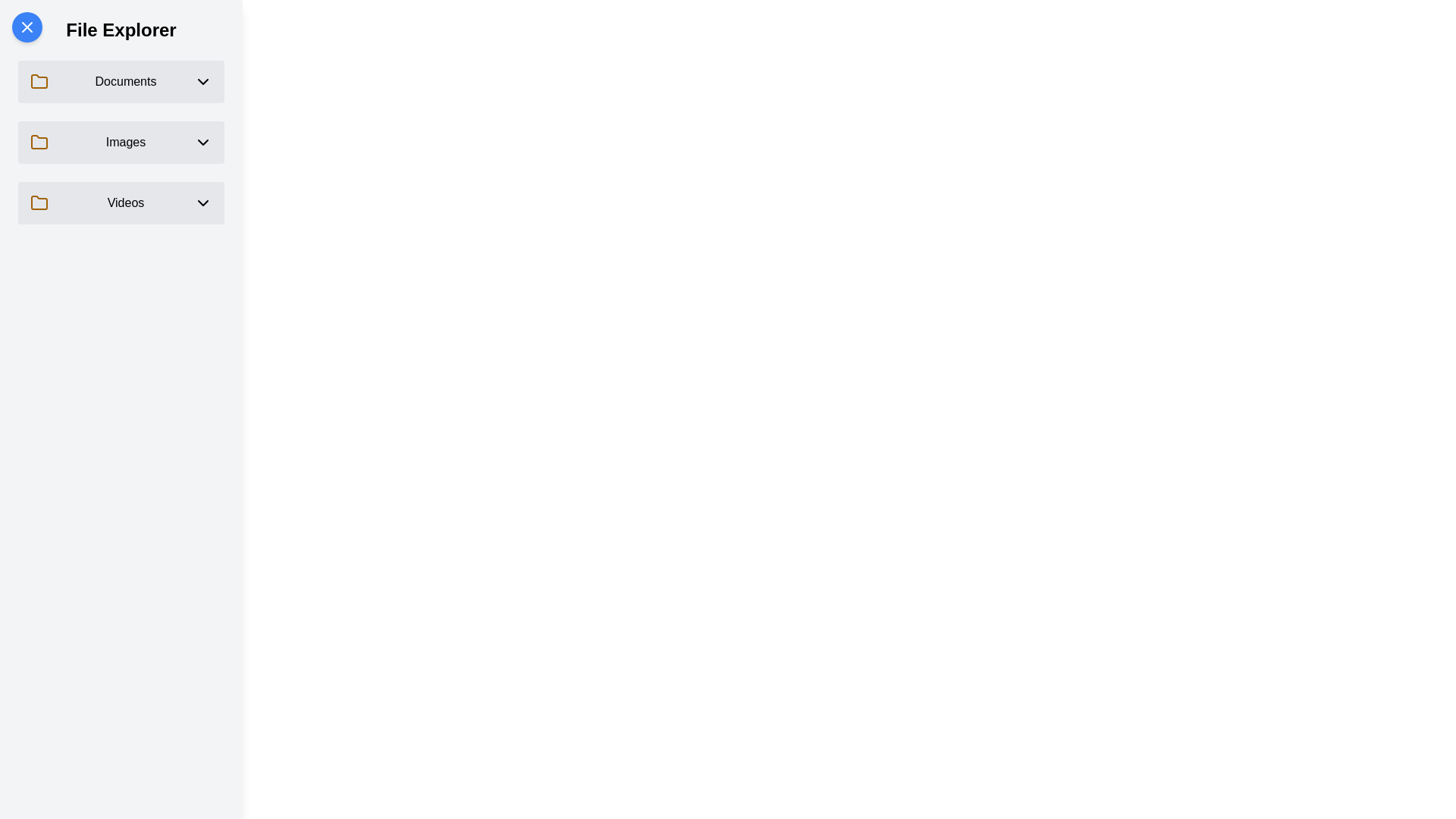 This screenshot has height=819, width=1456. I want to click on the Collapsible button labeled 'Images' which is the second item in the left sidebar, featuring a yellow folder icon on the left and a downward-facing chevron icon on the right, so click(120, 143).